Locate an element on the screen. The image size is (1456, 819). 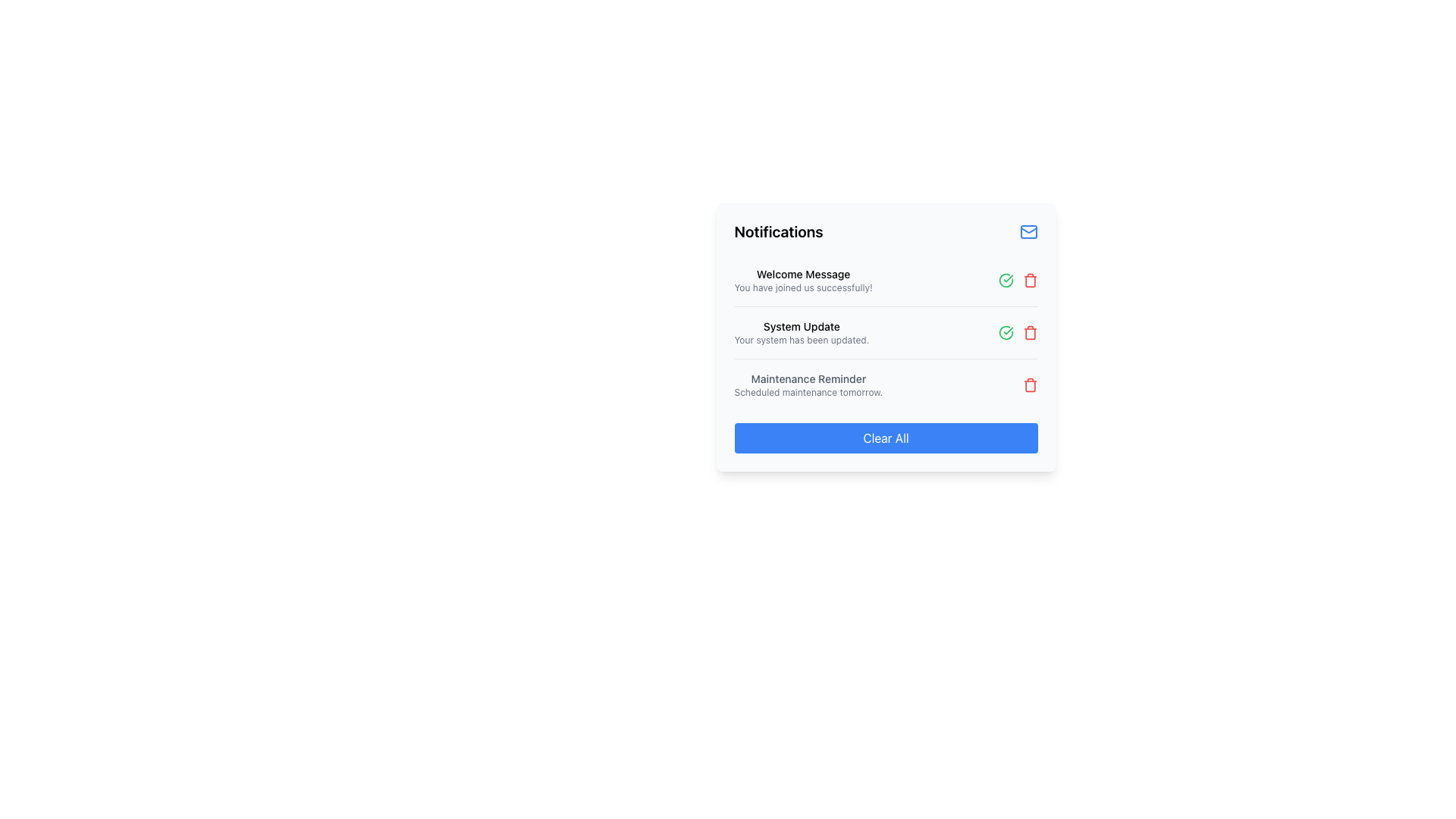
the bold 'System Update' text label, which is the title of the second notification in the Notifications panel, positioned between the 'Welcome Message' and 'Maintenance Reminder' is located at coordinates (801, 326).